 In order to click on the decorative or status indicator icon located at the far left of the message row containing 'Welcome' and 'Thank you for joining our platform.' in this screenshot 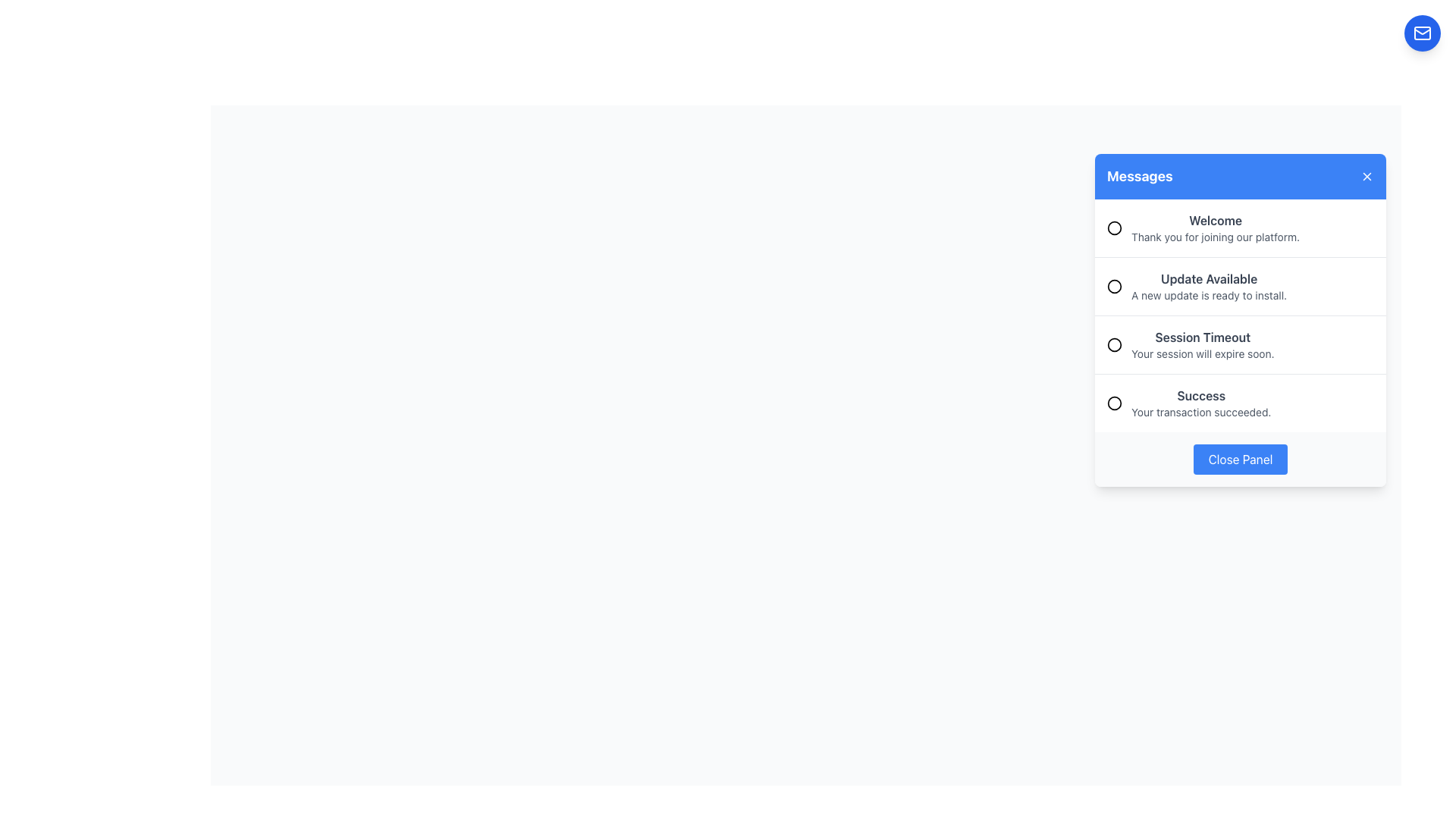, I will do `click(1114, 227)`.